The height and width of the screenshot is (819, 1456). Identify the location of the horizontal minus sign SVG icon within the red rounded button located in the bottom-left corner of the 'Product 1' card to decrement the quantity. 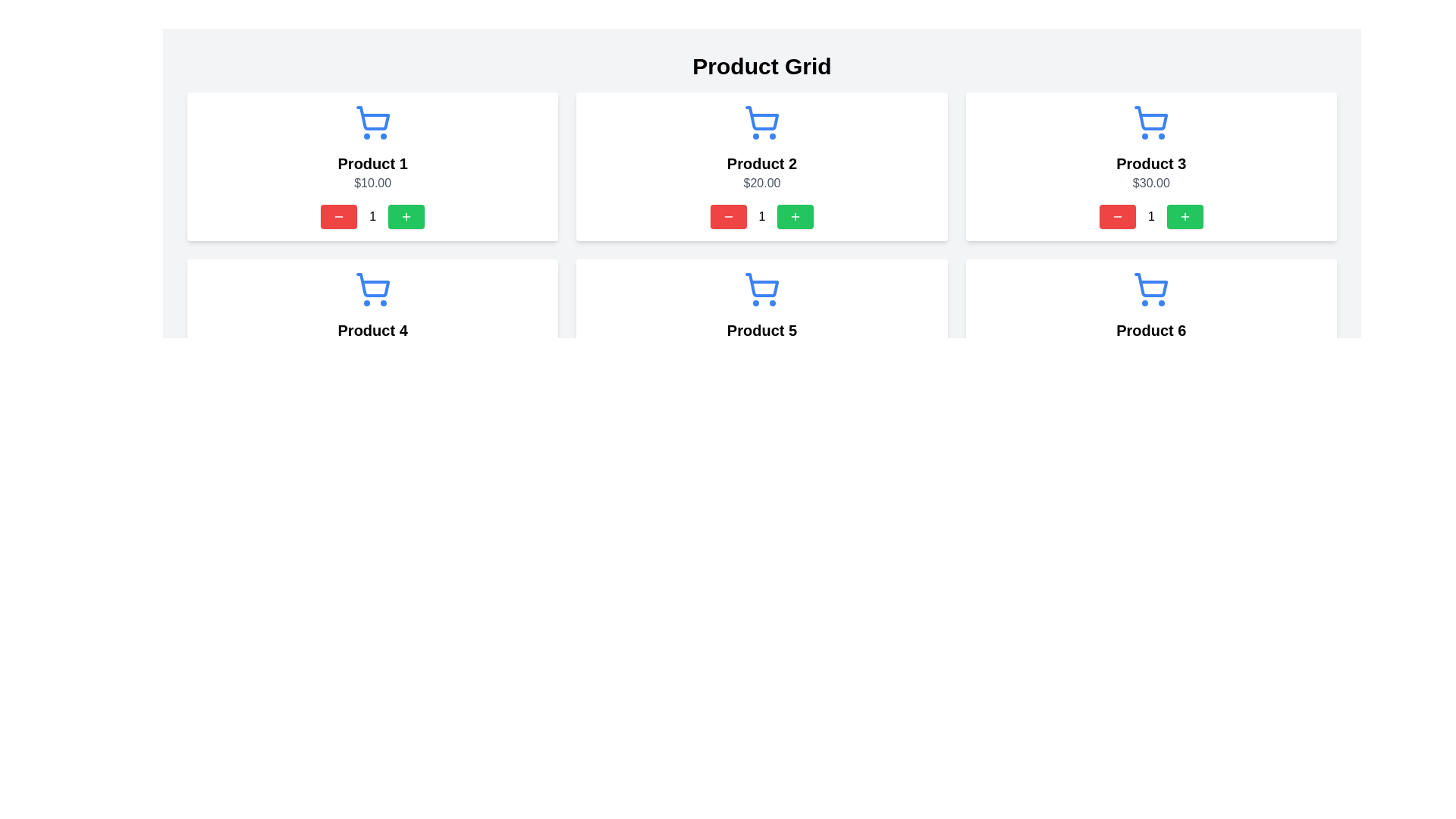
(338, 216).